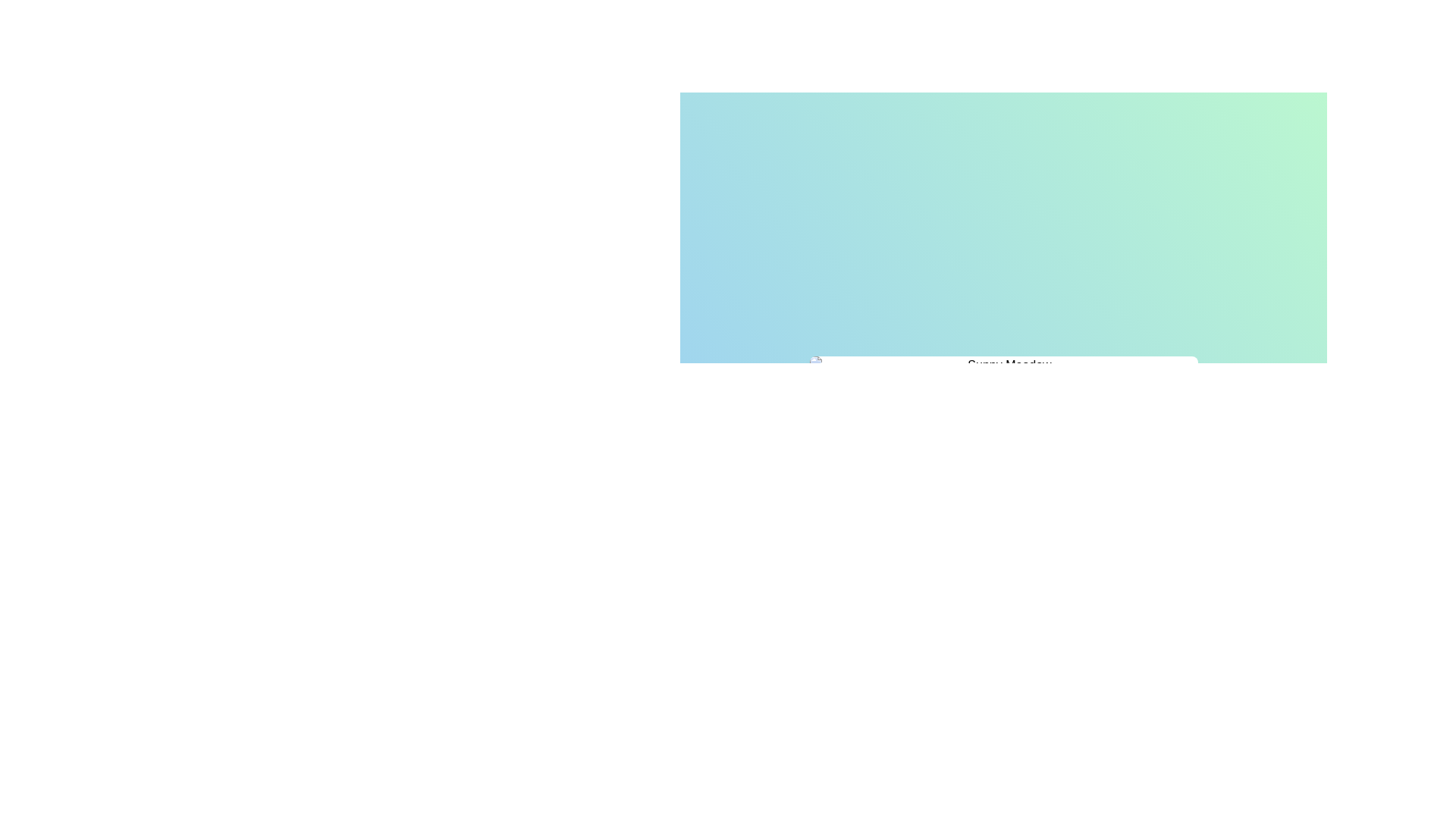 This screenshot has width=1456, height=819. What do you see at coordinates (1180, 375) in the screenshot?
I see `the close button located in the top-right corner of the white modal dialog` at bounding box center [1180, 375].